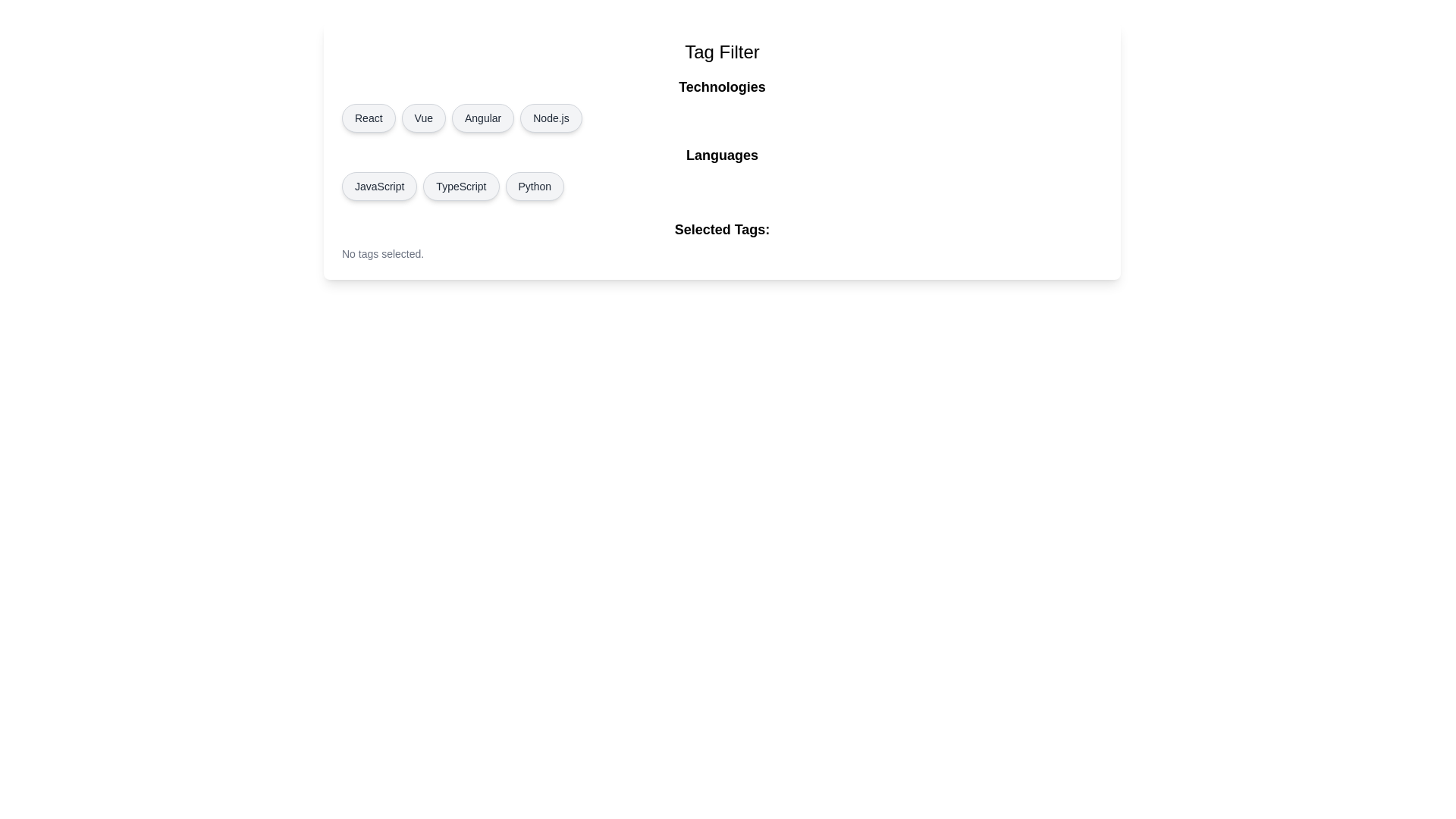 The image size is (1456, 819). Describe the element at coordinates (423, 117) in the screenshot. I see `the rounded pill-shaped button labeled 'Vue' with a light gray background` at that location.